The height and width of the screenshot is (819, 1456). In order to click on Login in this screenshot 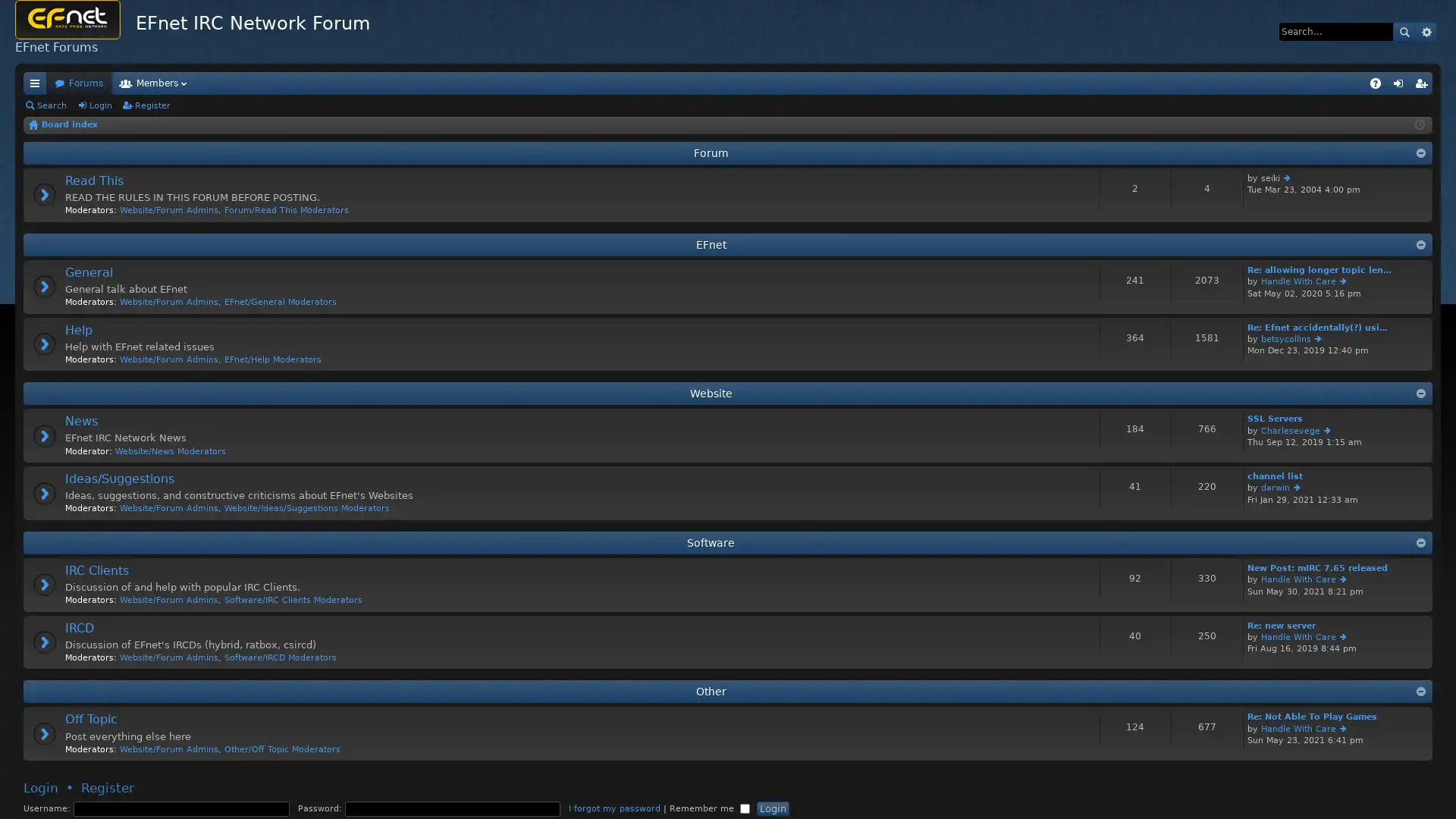, I will do `click(773, 808)`.